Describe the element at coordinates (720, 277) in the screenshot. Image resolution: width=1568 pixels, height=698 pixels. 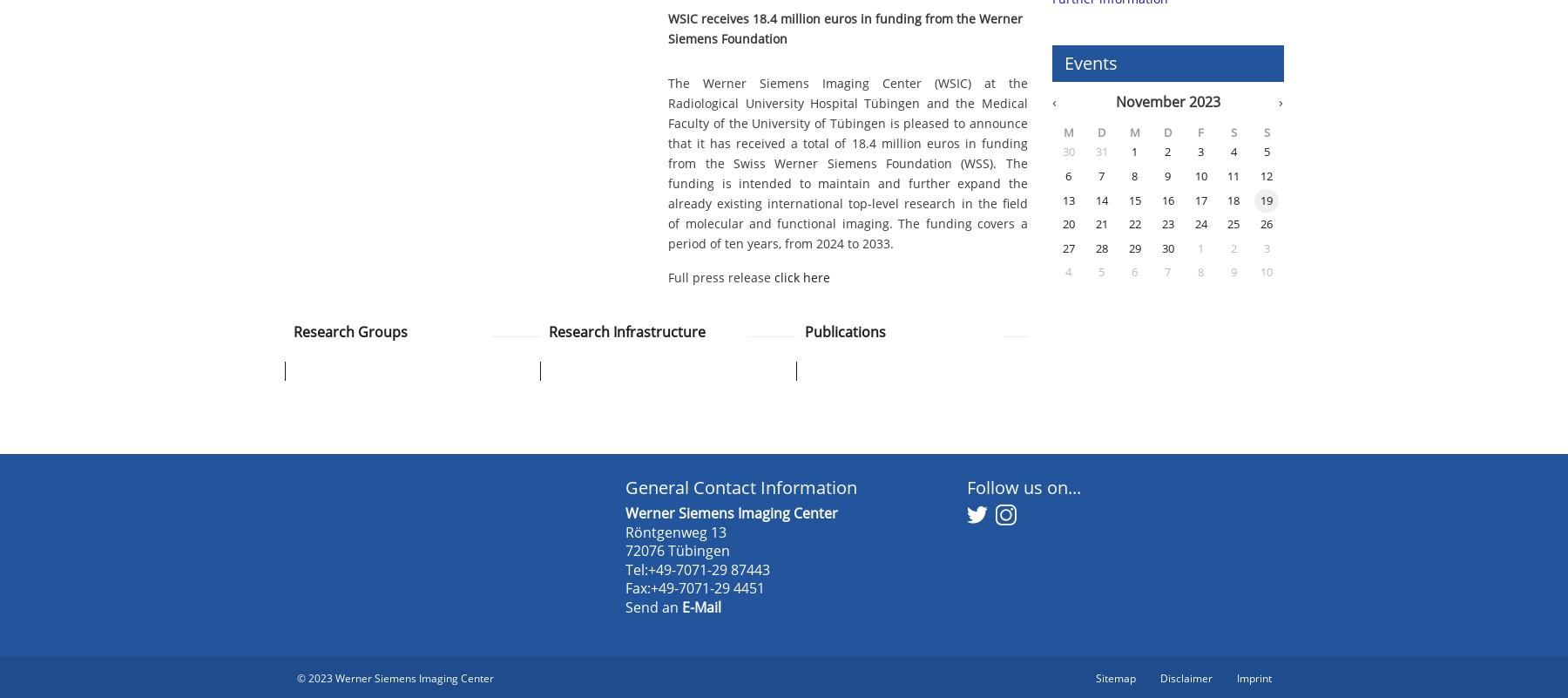
I see `'Full press release'` at that location.